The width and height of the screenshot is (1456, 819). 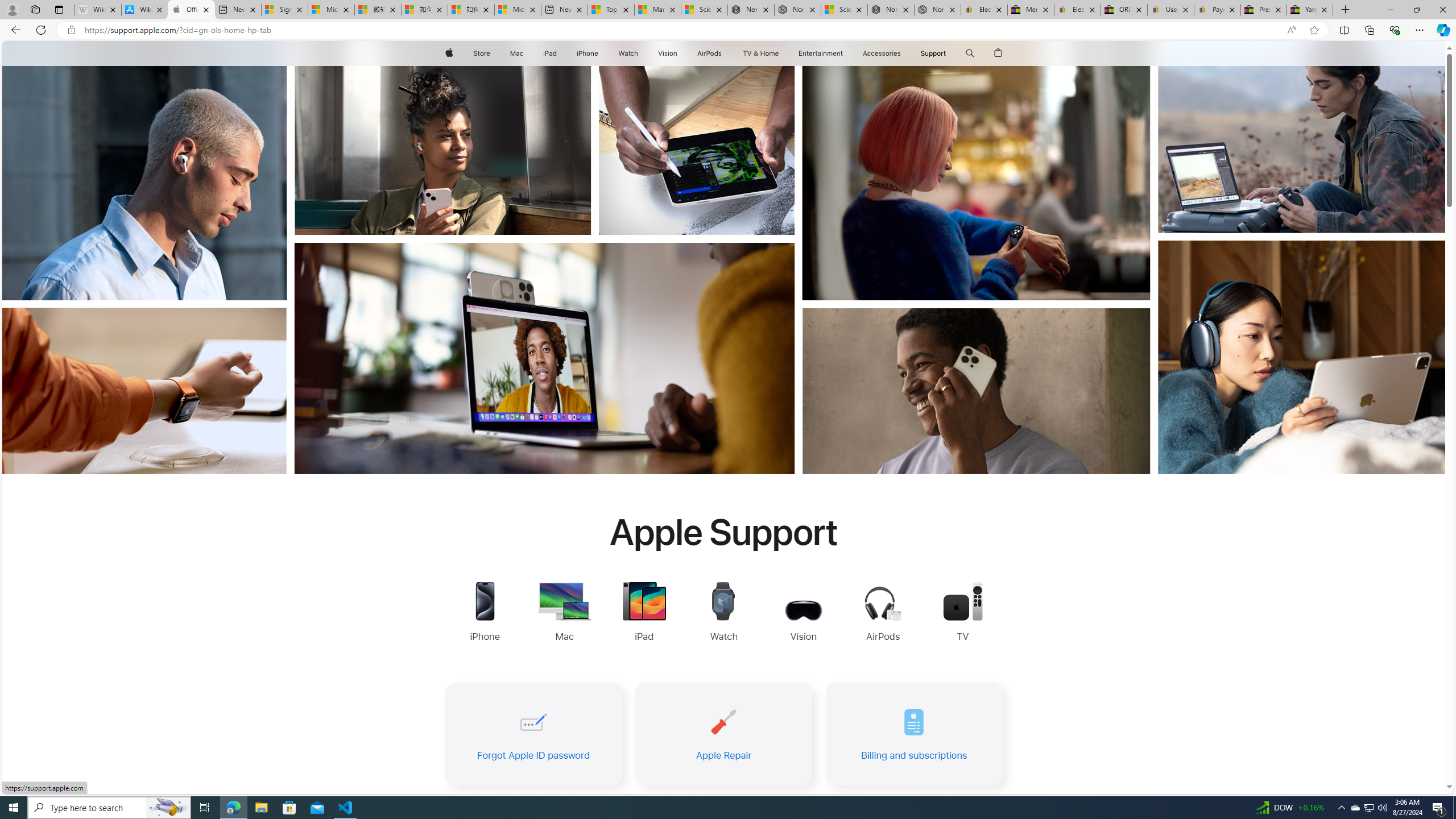 I want to click on 'Accessories', so click(x=881, y=53).